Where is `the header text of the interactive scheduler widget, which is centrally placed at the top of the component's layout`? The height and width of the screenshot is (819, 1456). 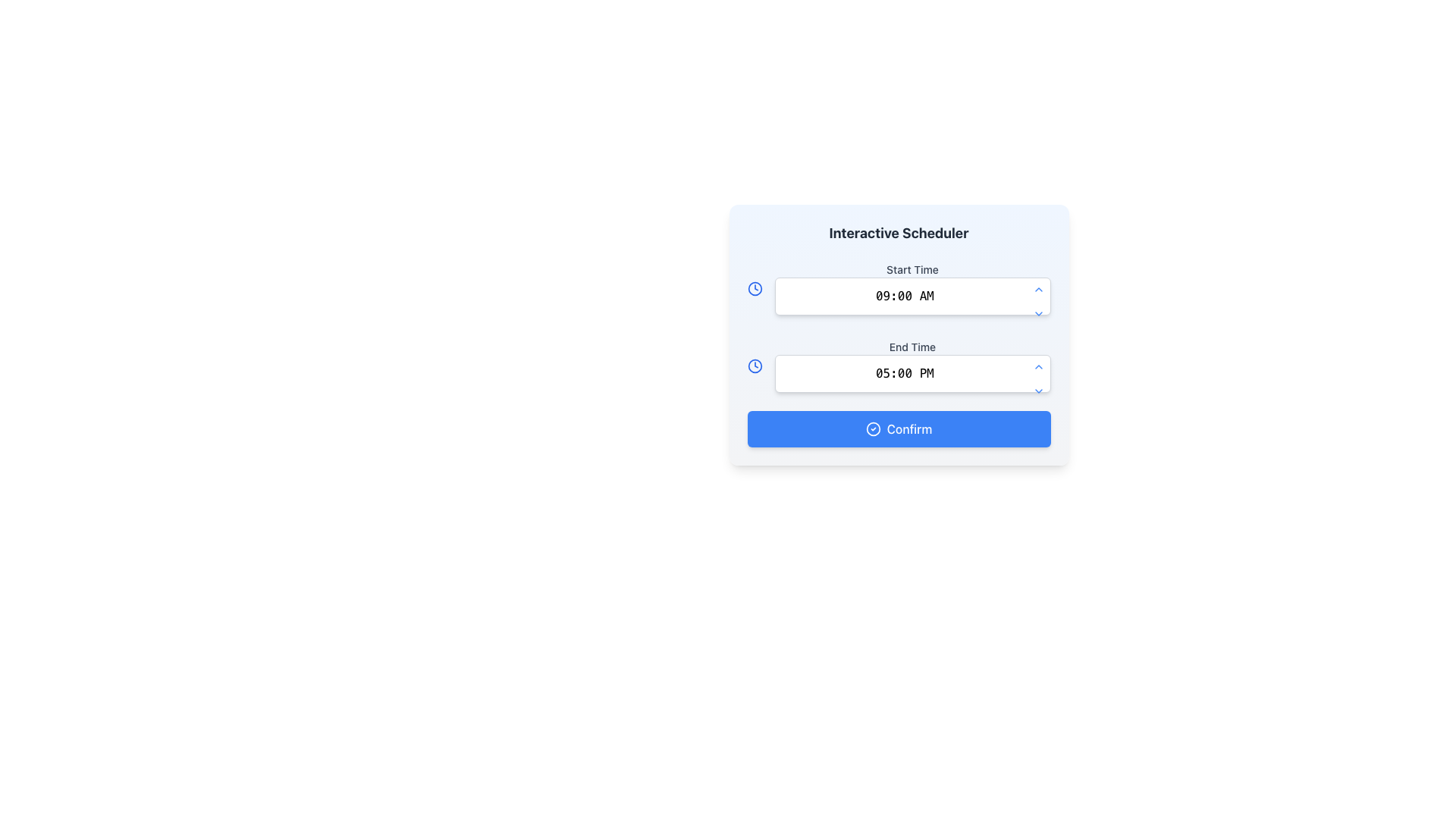
the header text of the interactive scheduler widget, which is centrally placed at the top of the component's layout is located at coordinates (899, 234).